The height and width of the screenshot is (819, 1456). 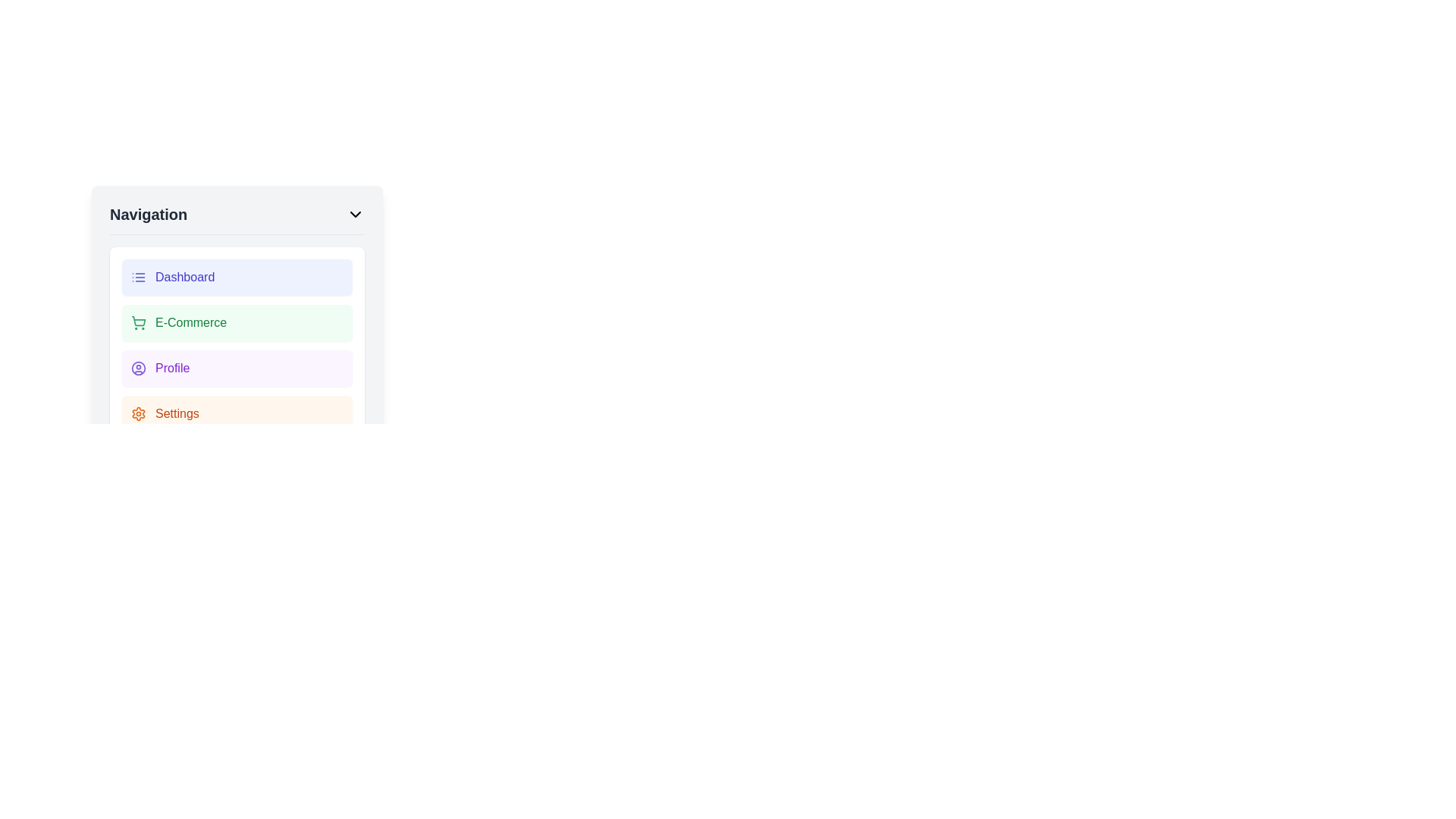 I want to click on the 'E-Commerce' navigation menu item, so click(x=236, y=322).